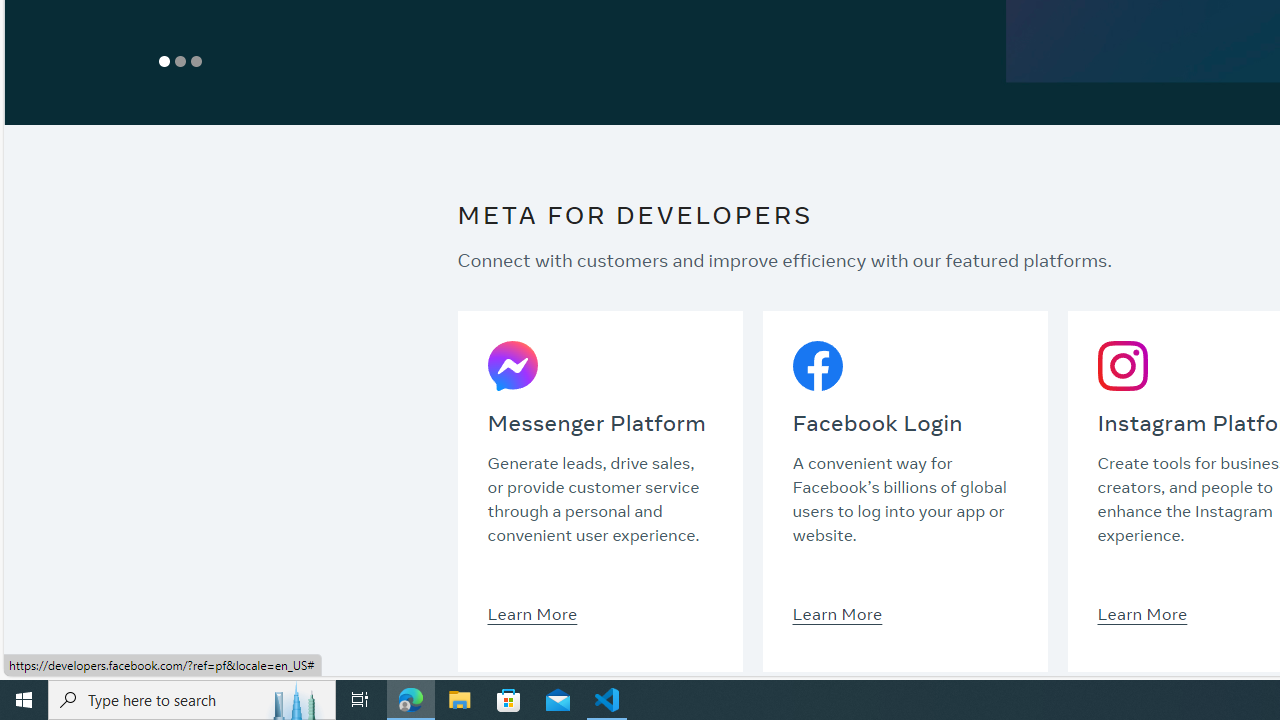  I want to click on 'Show Slide 2', so click(181, 60).